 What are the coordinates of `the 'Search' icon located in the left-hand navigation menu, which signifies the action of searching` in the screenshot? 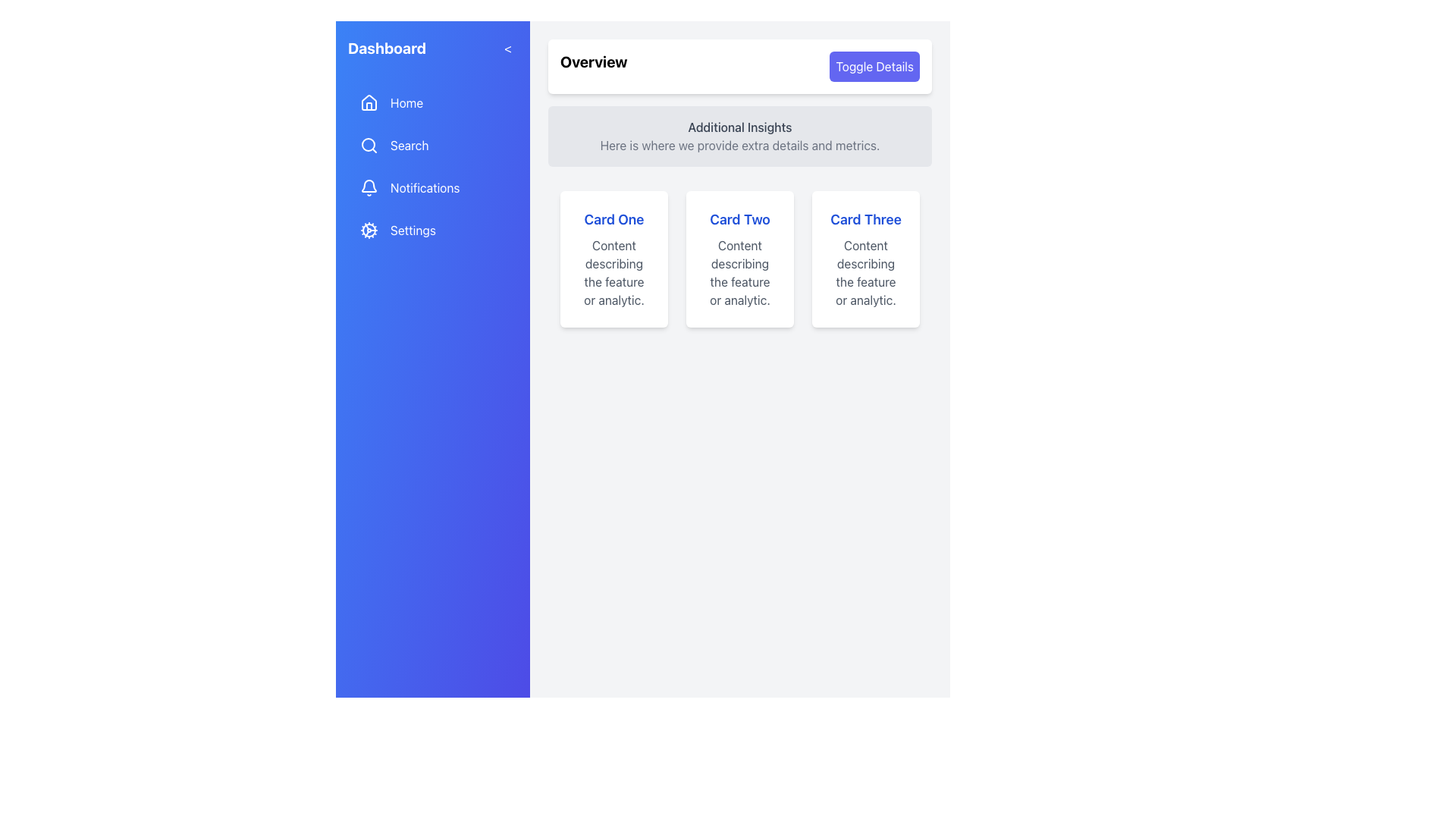 It's located at (369, 146).